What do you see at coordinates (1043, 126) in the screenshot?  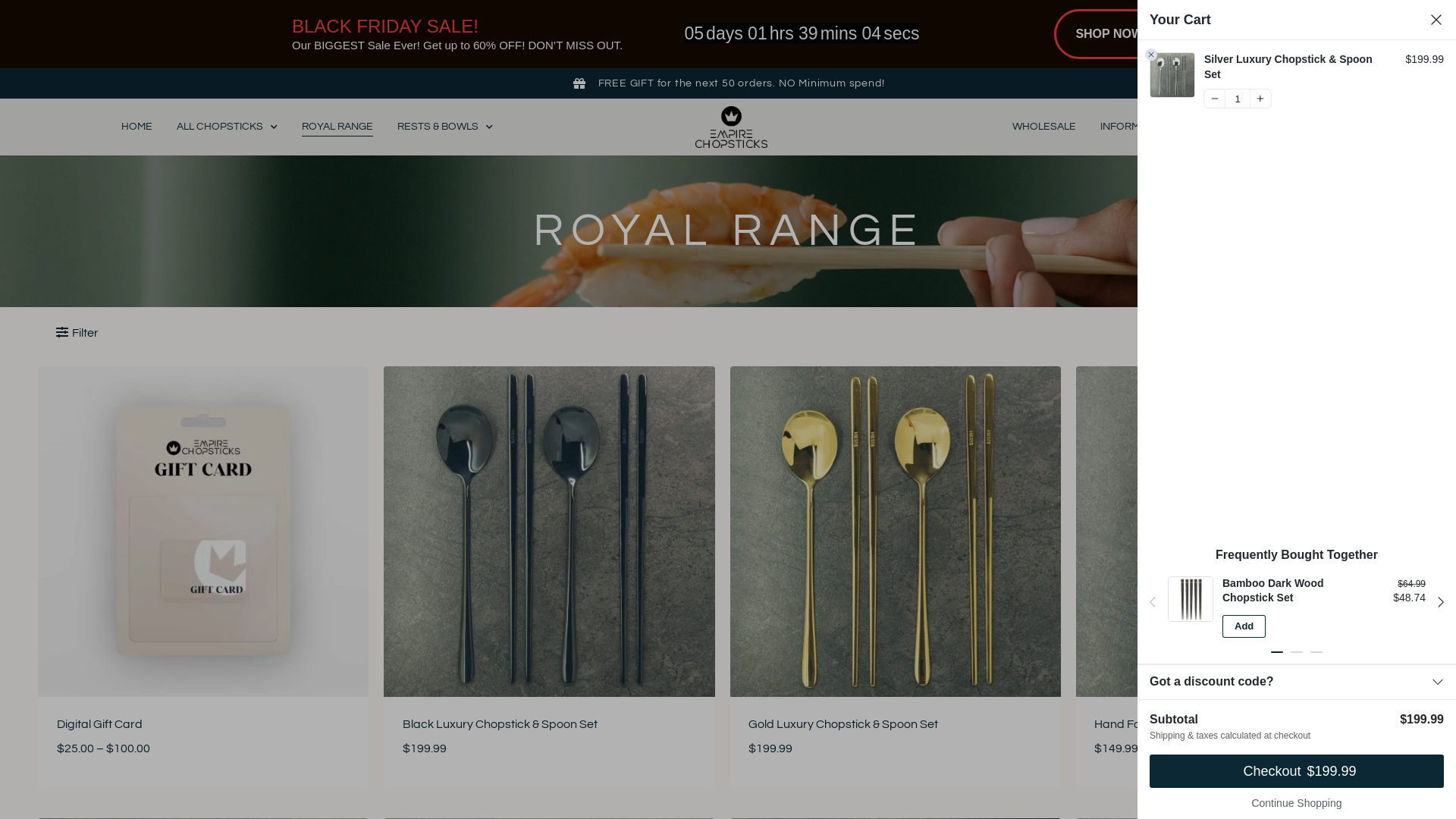 I see `'WHOLESALE'` at bounding box center [1043, 126].